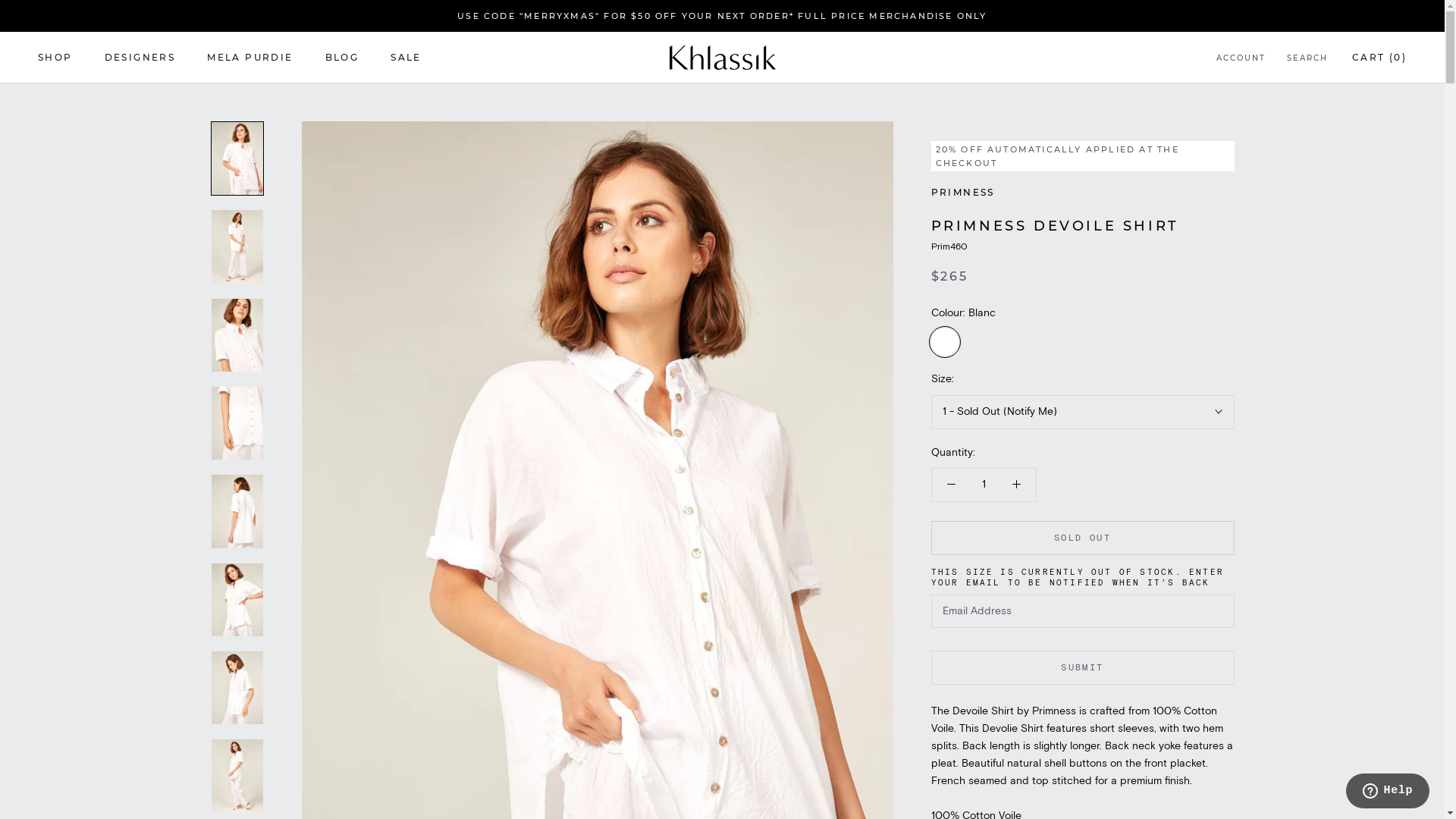  Describe the element at coordinates (962, 191) in the screenshot. I see `'PRIMNESS'` at that location.